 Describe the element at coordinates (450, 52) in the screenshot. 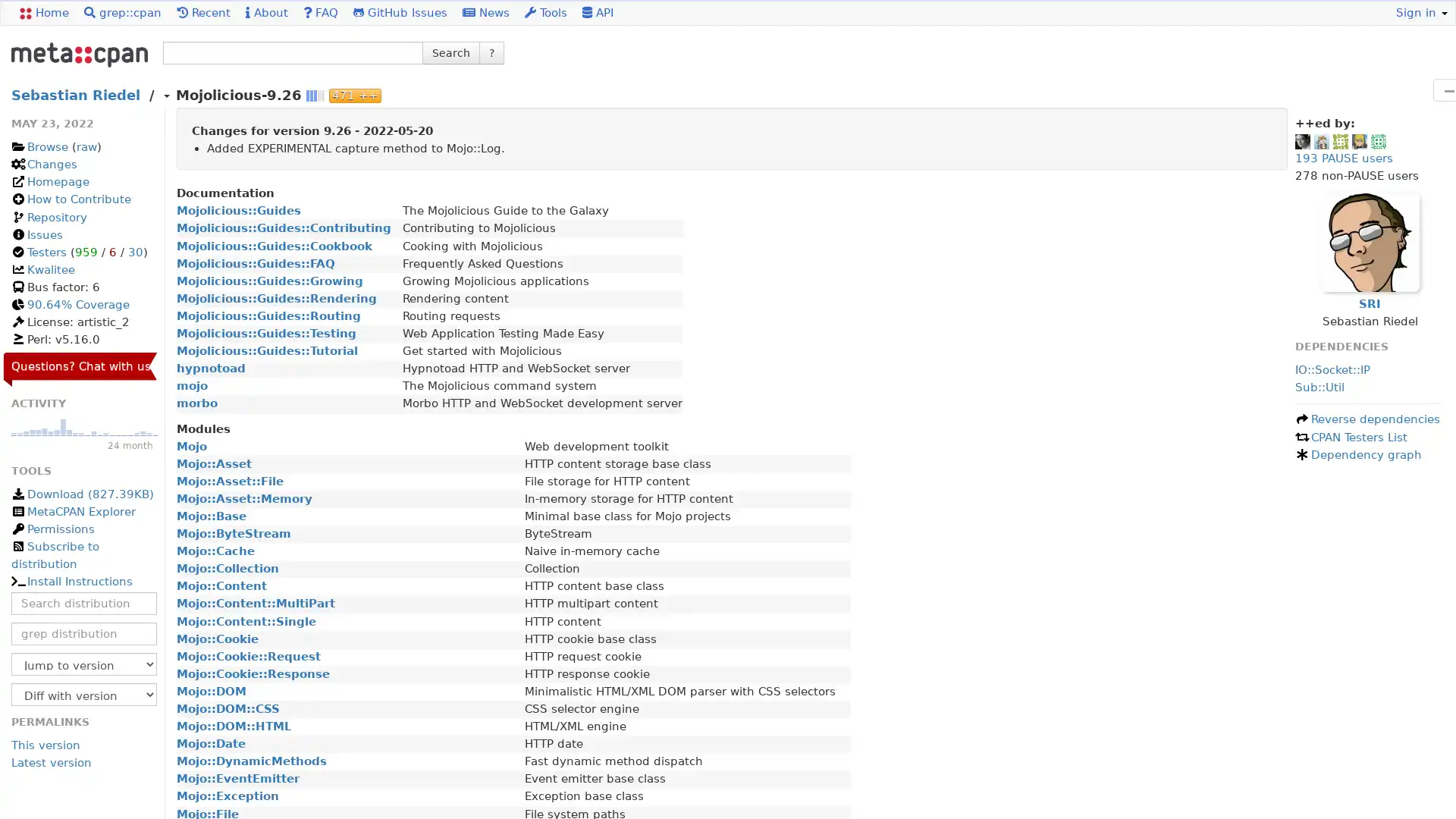

I see `Search` at that location.